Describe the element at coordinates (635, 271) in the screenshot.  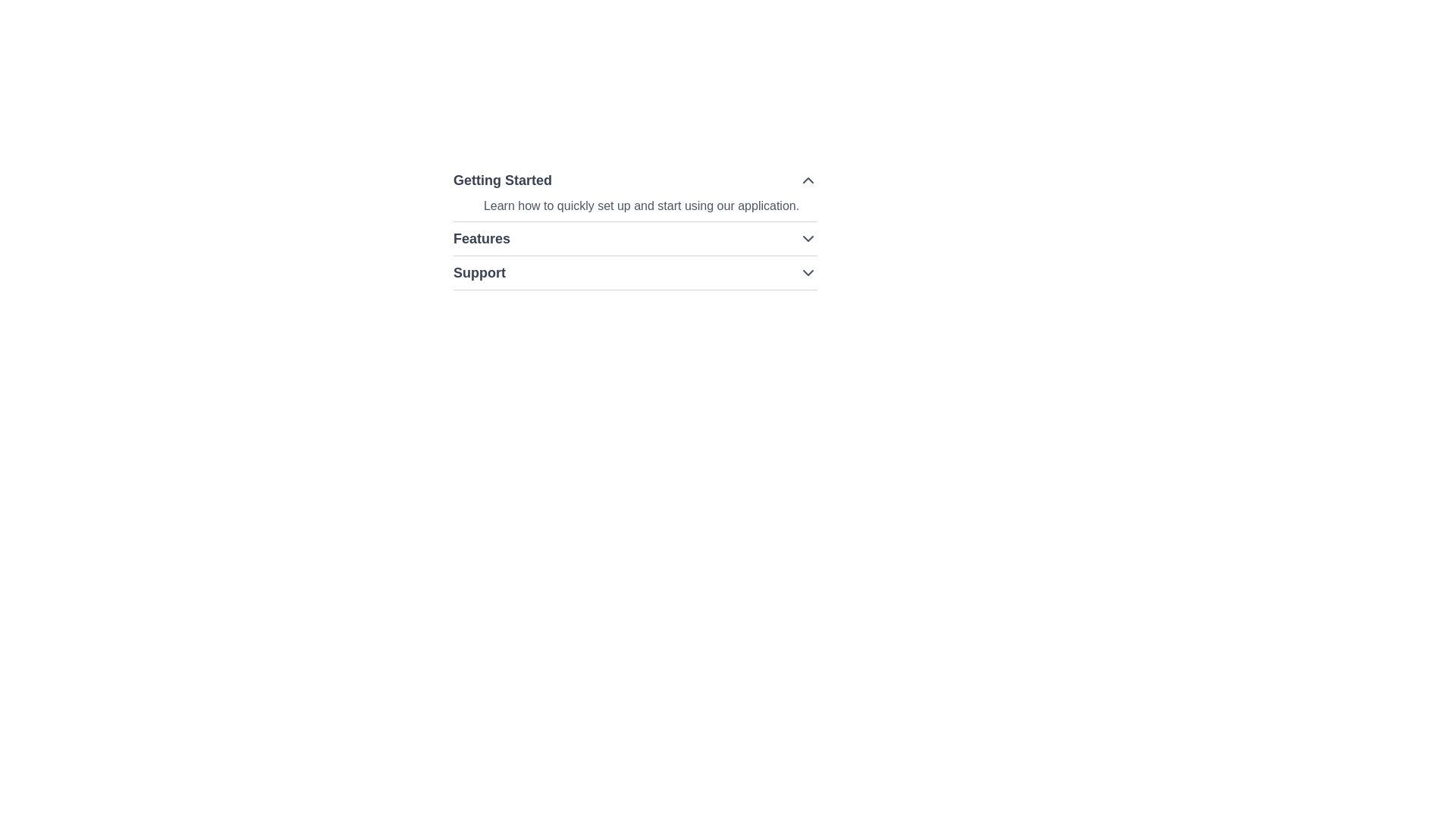
I see `the arrow of the Dropdown opener under 'Getting Started' in the 'Features' section` at that location.